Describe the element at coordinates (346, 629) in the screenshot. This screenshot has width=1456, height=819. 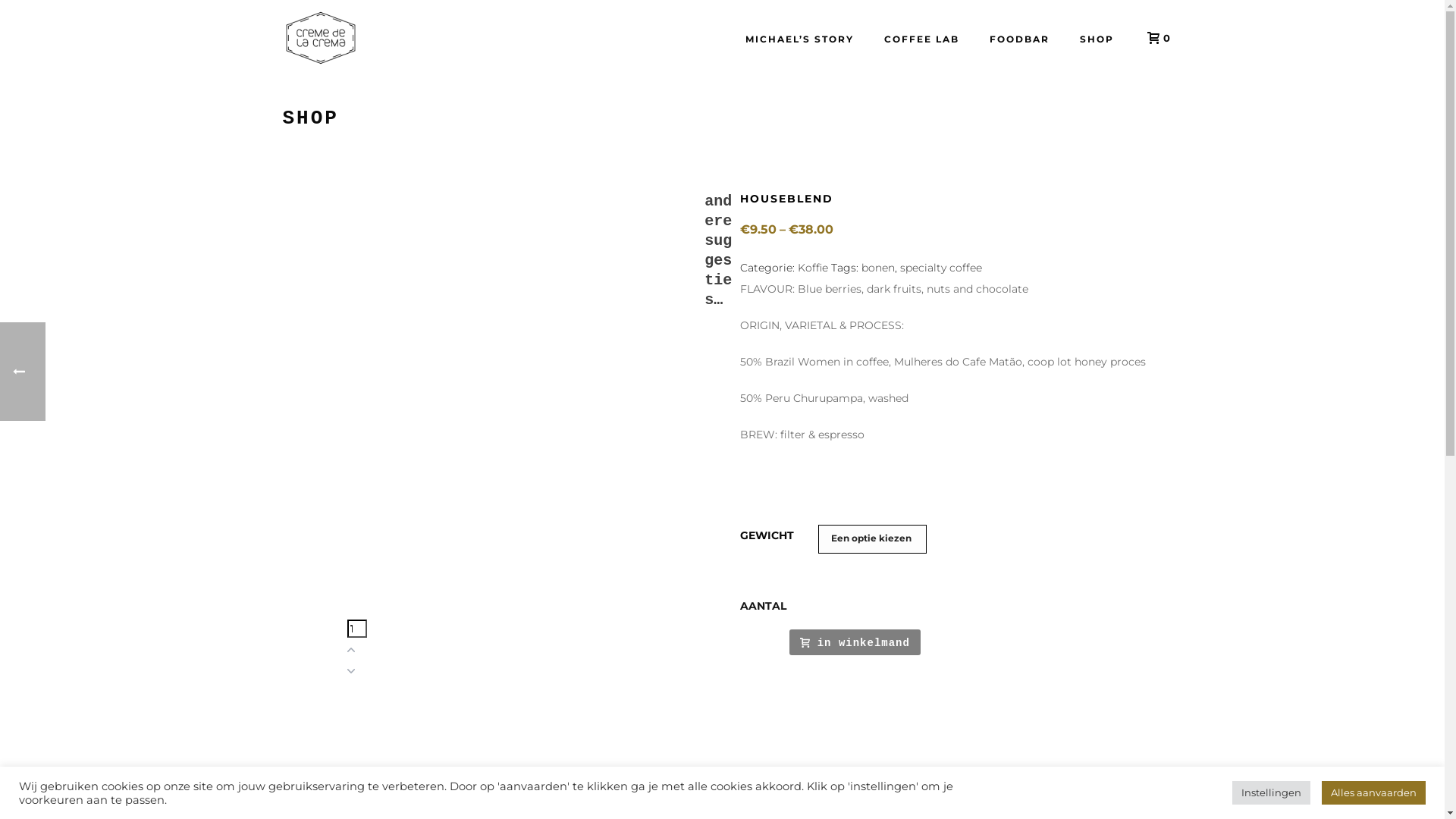
I see `'Aantal'` at that location.